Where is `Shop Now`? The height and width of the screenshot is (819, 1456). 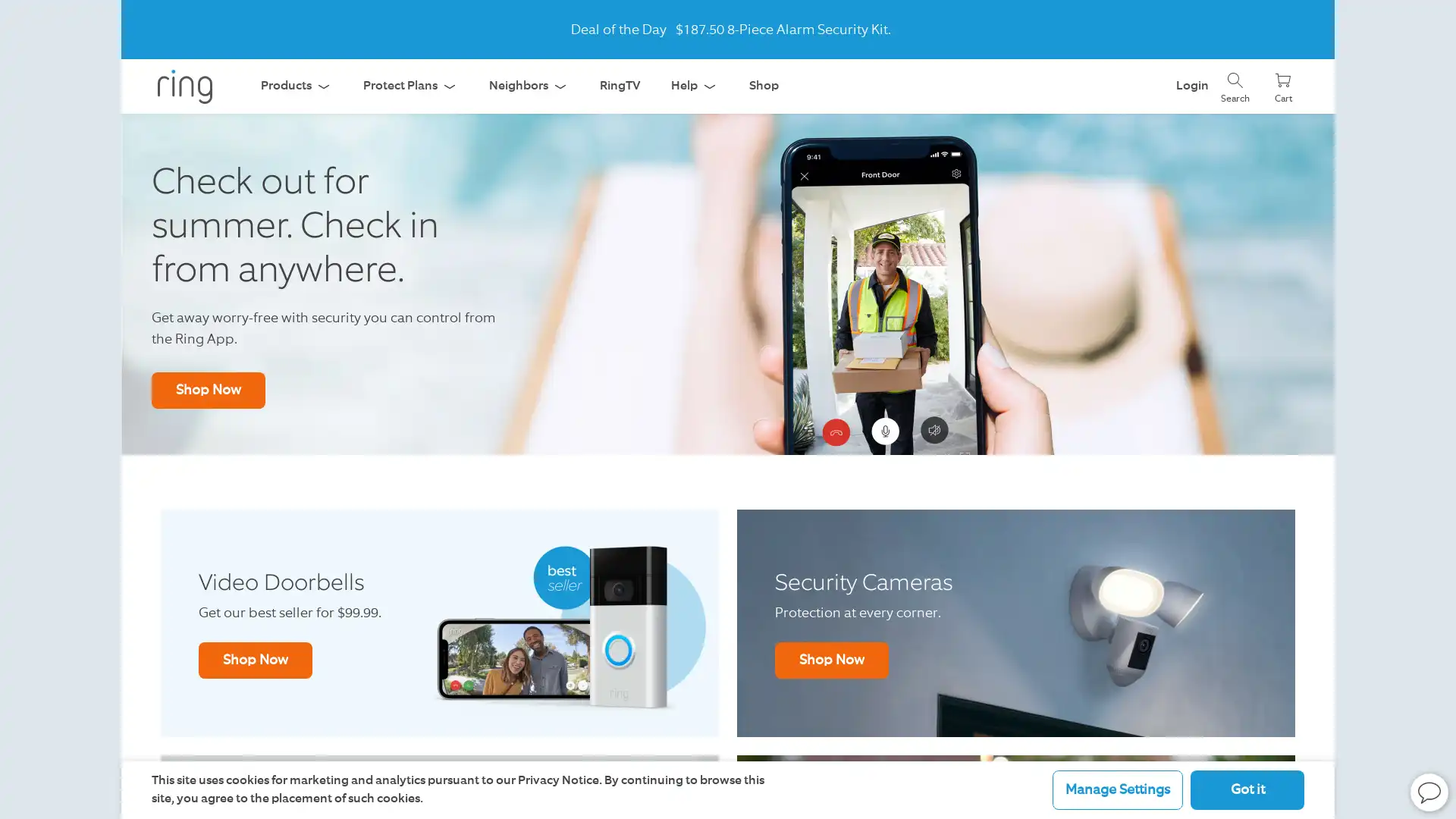 Shop Now is located at coordinates (207, 390).